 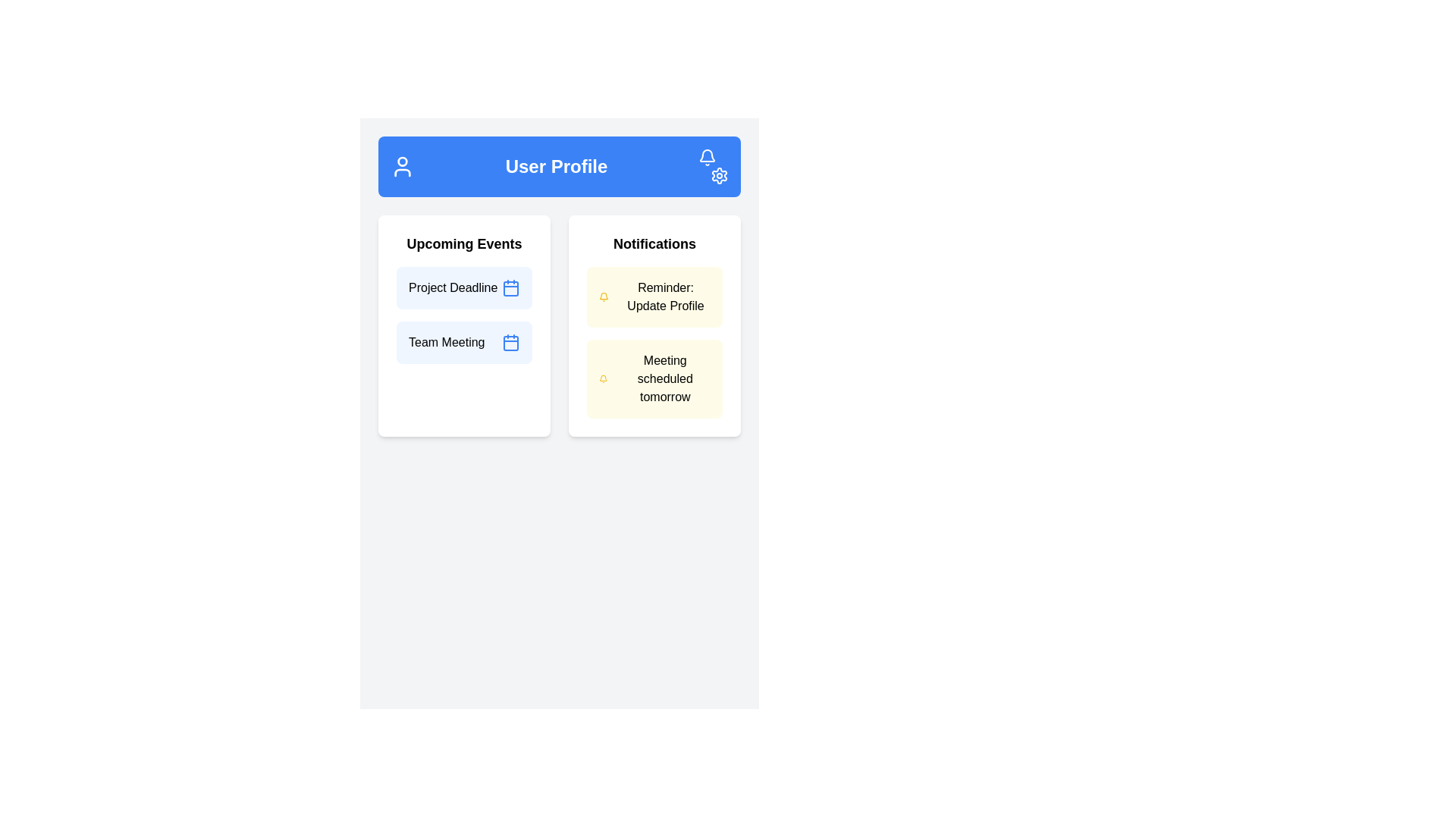 What do you see at coordinates (666, 297) in the screenshot?
I see `the notification text element that prompts the user to update their profile, located in the Notifications section of the User Profile interface` at bounding box center [666, 297].